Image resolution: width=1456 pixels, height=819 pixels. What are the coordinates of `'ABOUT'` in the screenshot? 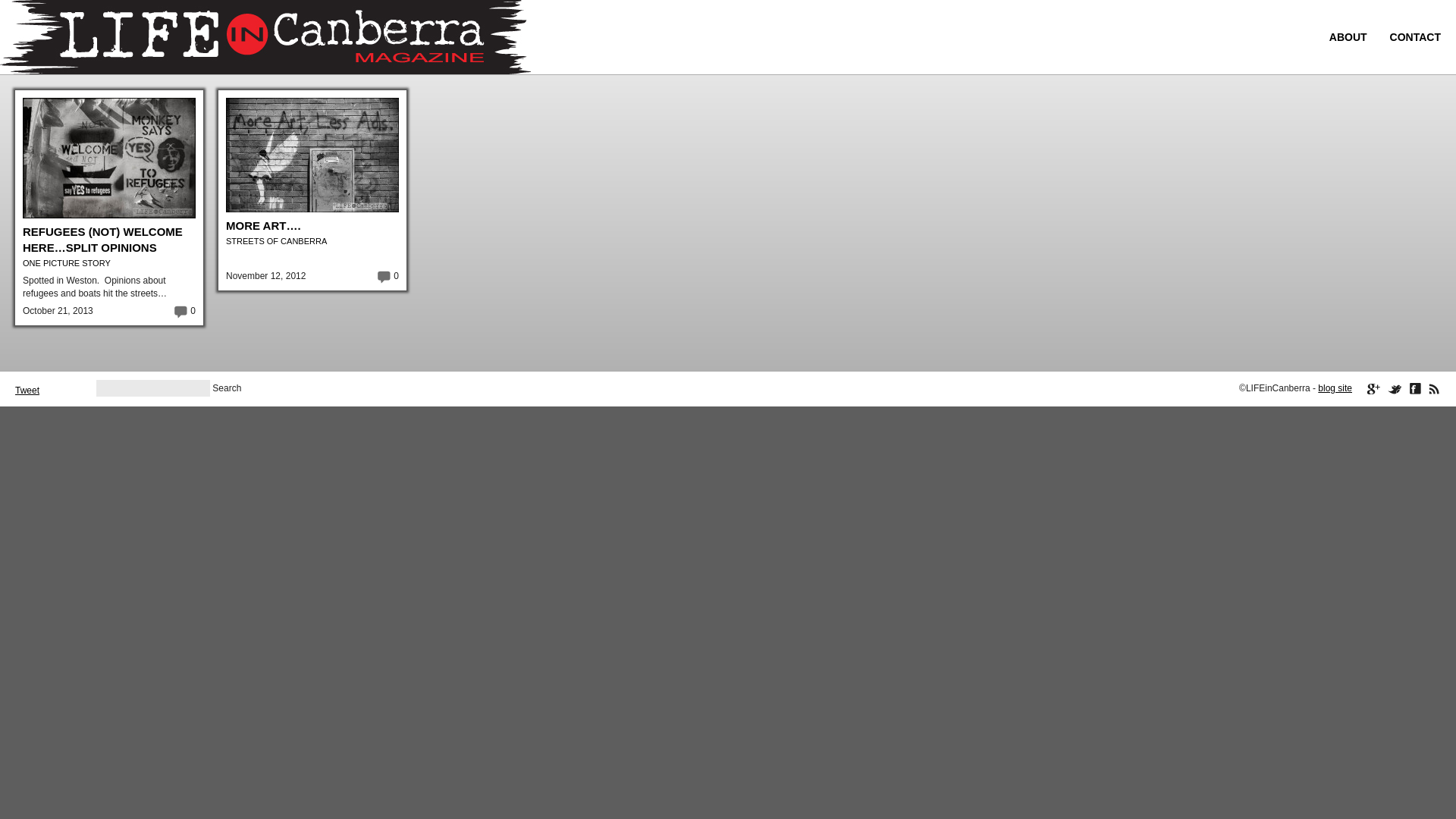 It's located at (1348, 36).